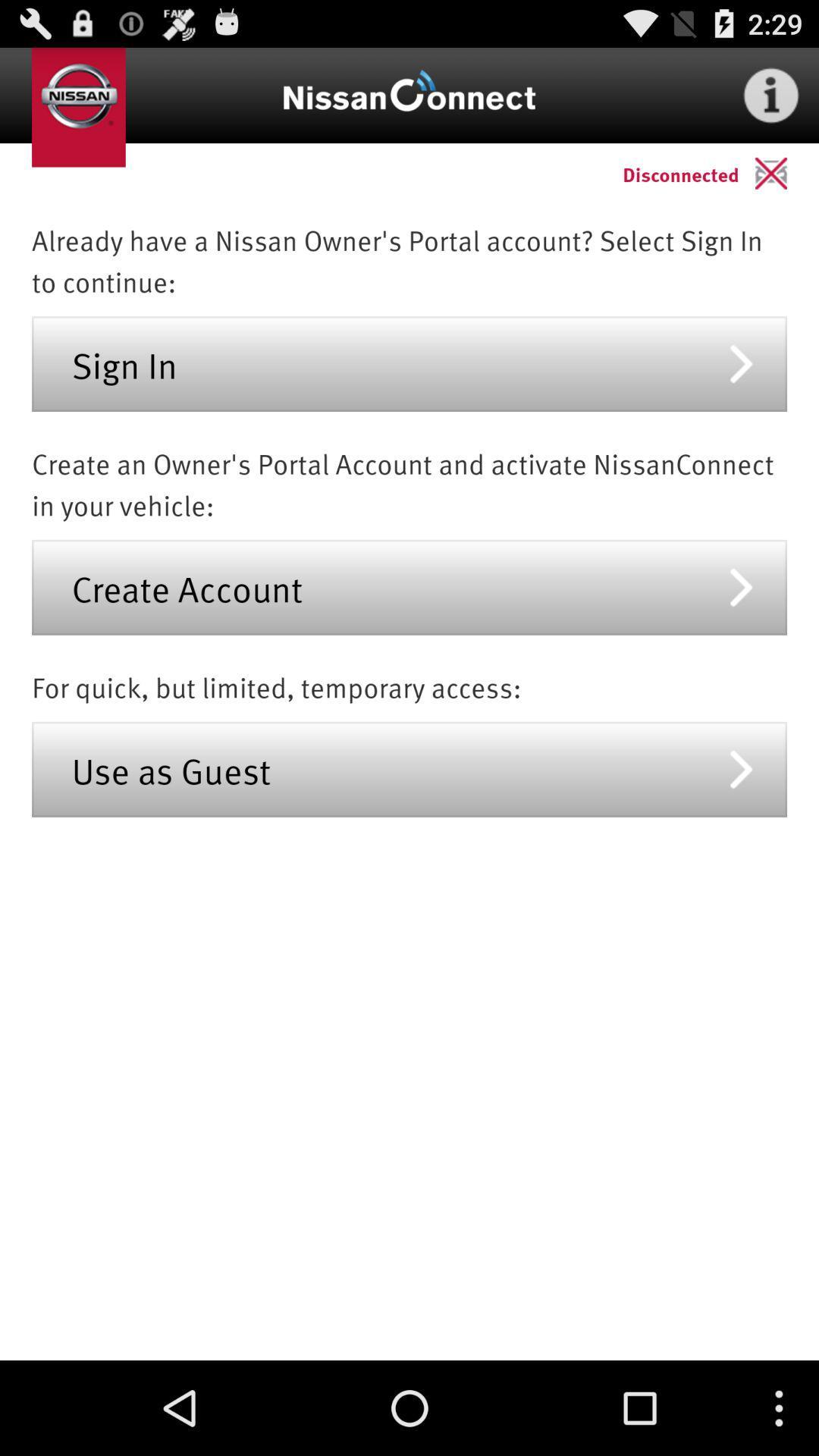 This screenshot has width=819, height=1456. I want to click on information option, so click(771, 94).